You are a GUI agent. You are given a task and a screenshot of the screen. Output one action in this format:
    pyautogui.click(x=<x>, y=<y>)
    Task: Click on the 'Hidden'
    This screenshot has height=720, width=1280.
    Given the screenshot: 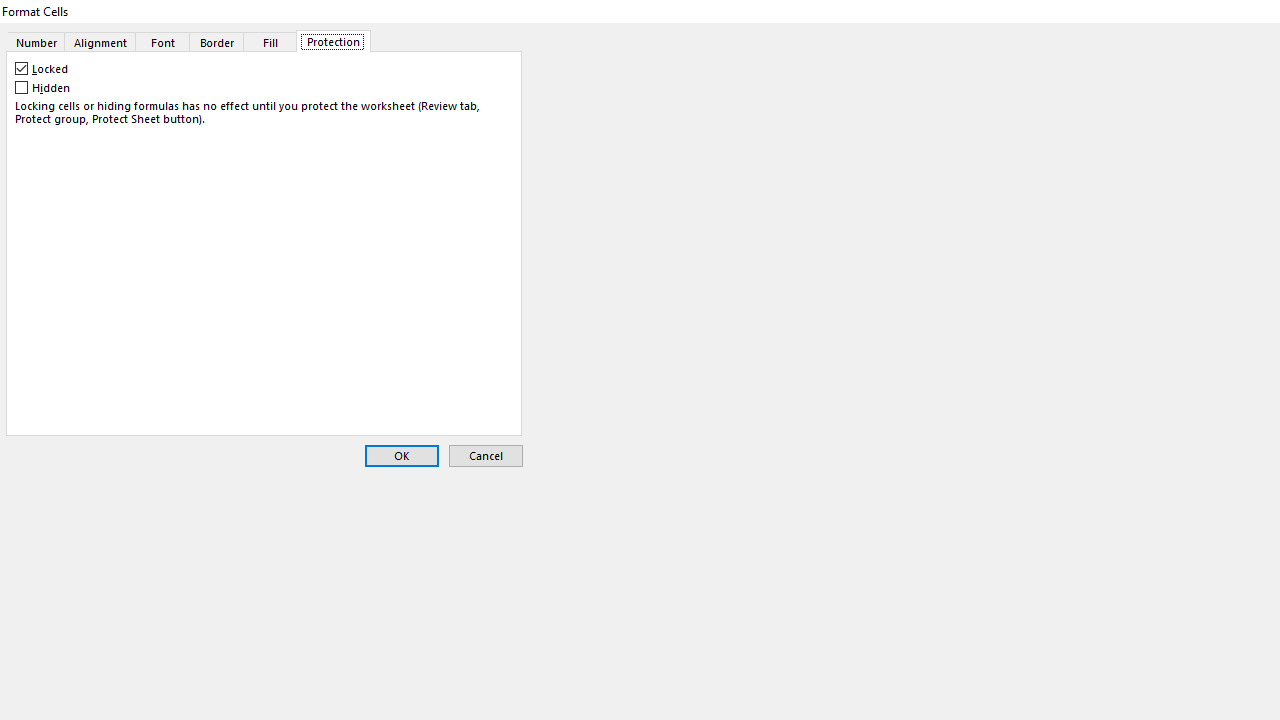 What is the action you would take?
    pyautogui.click(x=44, y=86)
    